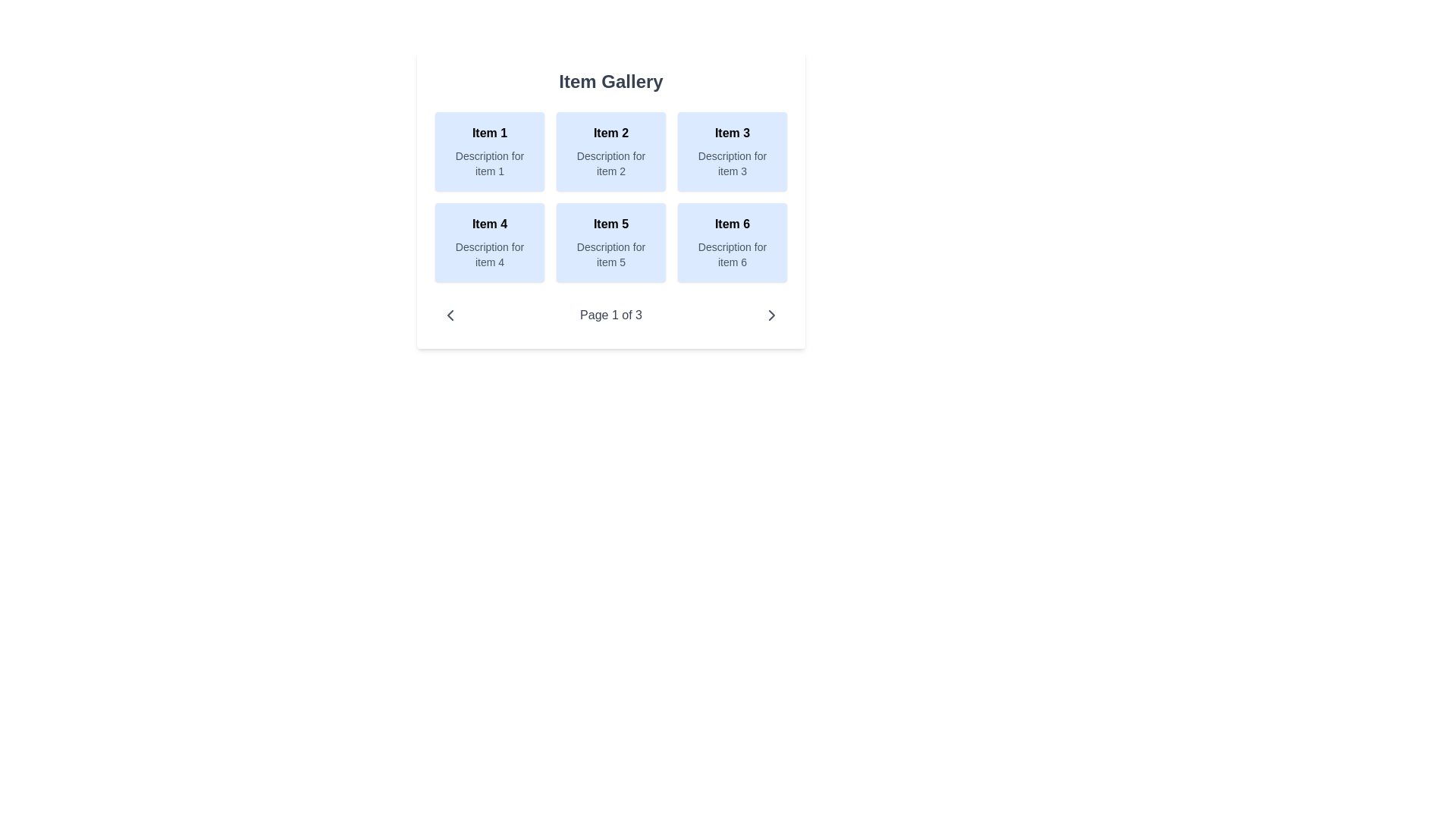 The height and width of the screenshot is (819, 1456). Describe the element at coordinates (490, 224) in the screenshot. I see `the text label that displays the title 'Item 4' in the Item Gallery section, located in the first column of the second row of a 3x2 grid layout` at that location.